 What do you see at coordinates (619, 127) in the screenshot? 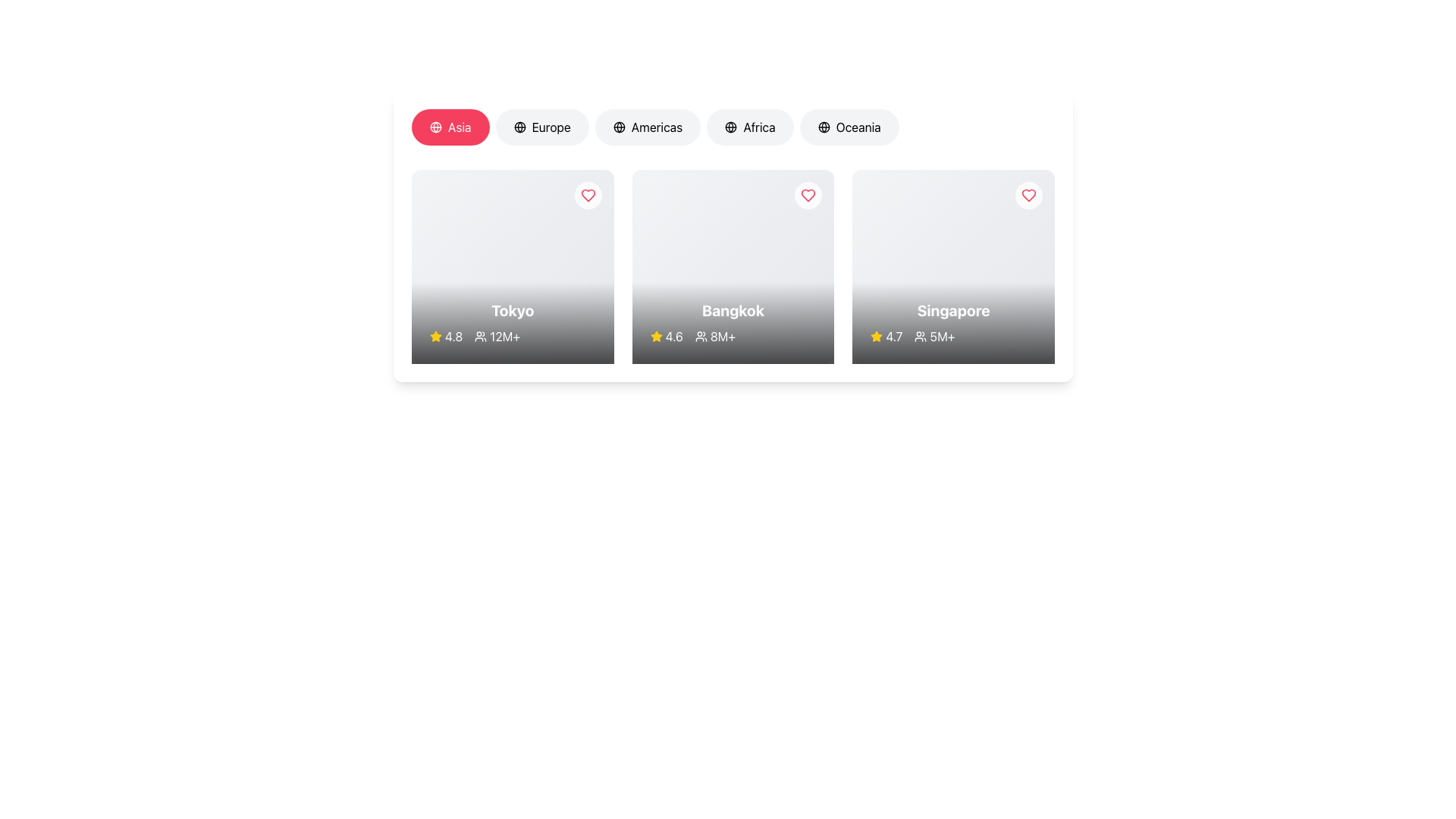
I see `the globe icon located to the left of the 'Americas' text in the navigation bar` at bounding box center [619, 127].